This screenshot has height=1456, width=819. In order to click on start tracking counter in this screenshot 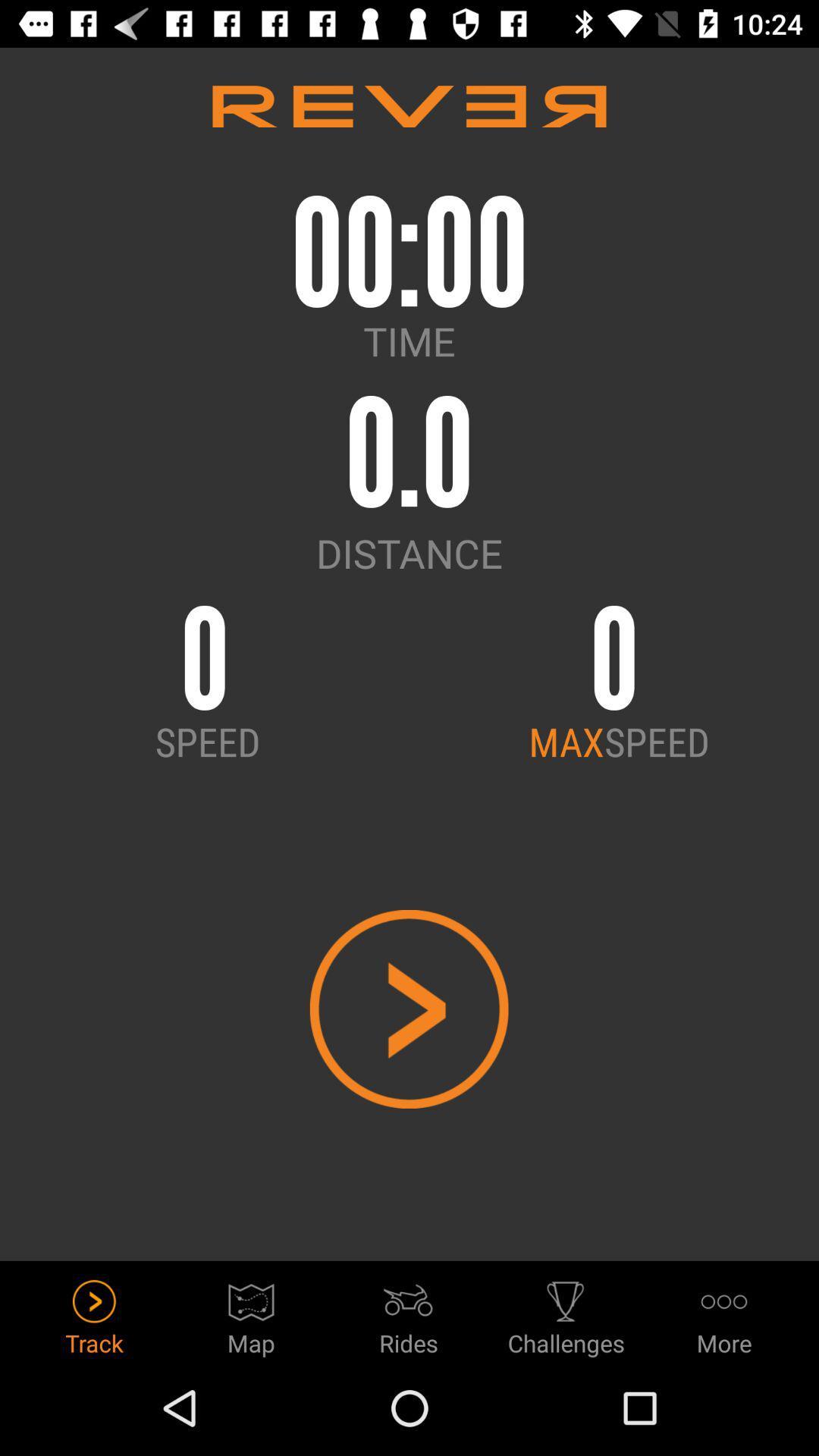, I will do `click(408, 1009)`.